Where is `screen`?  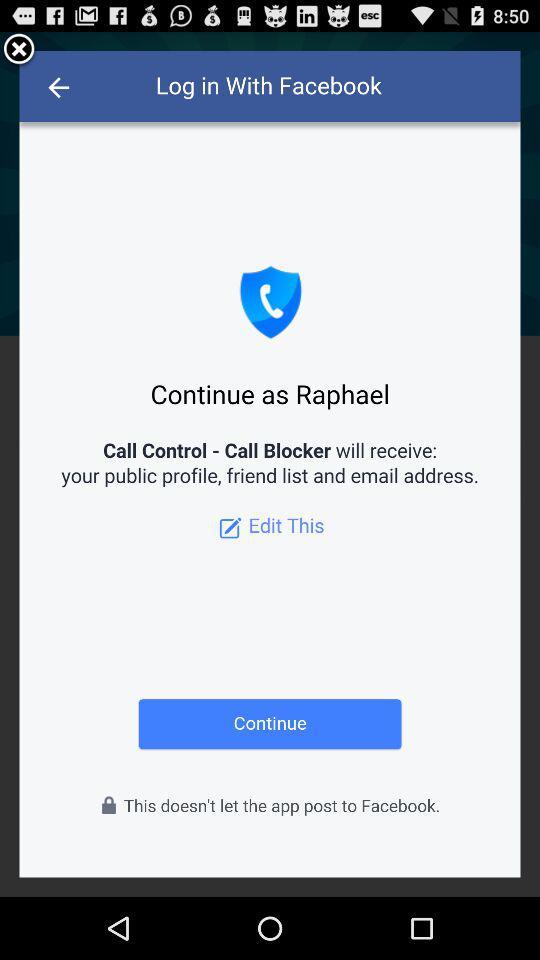 screen is located at coordinates (18, 49).